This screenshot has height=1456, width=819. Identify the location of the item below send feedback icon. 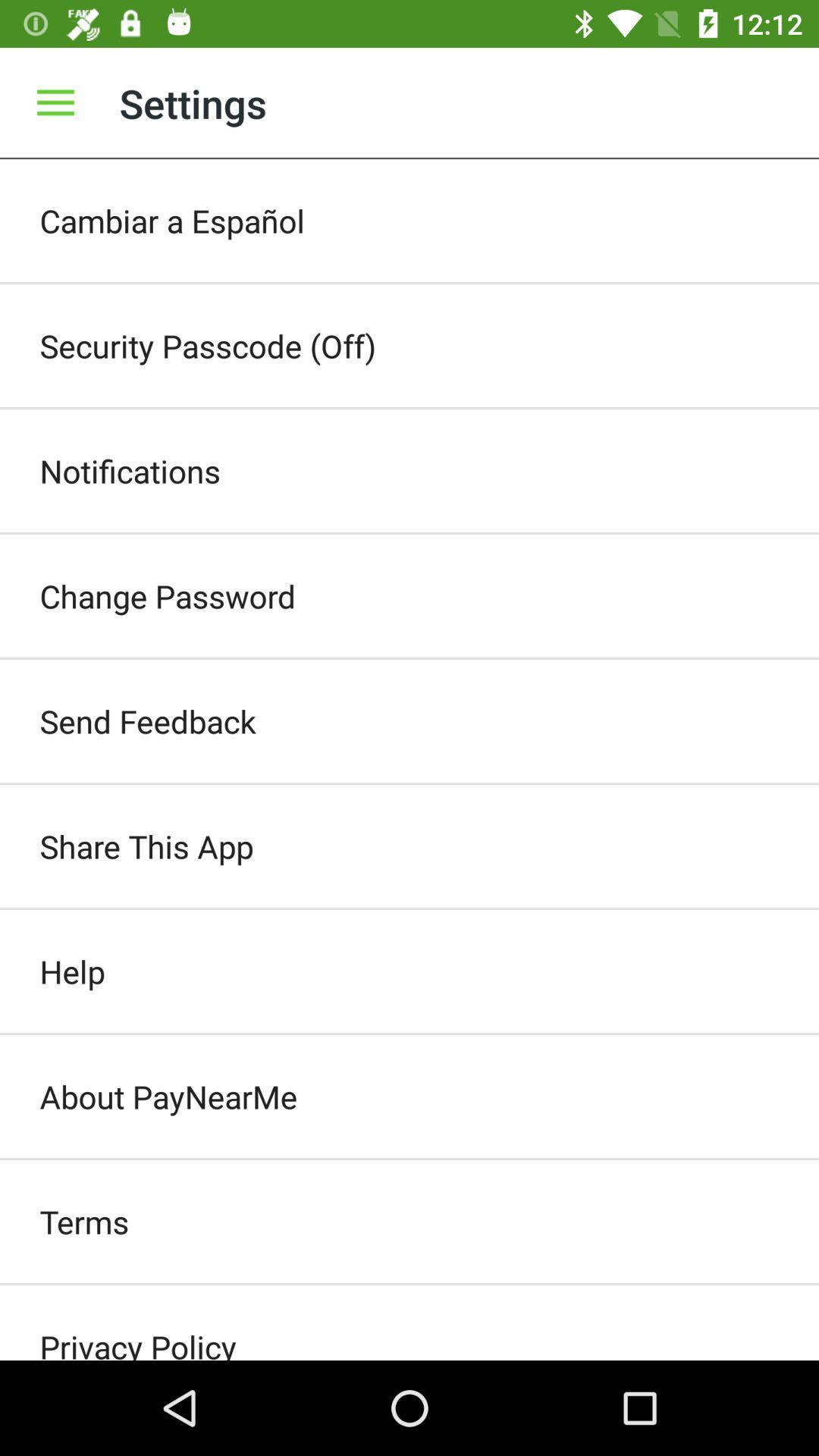
(409, 846).